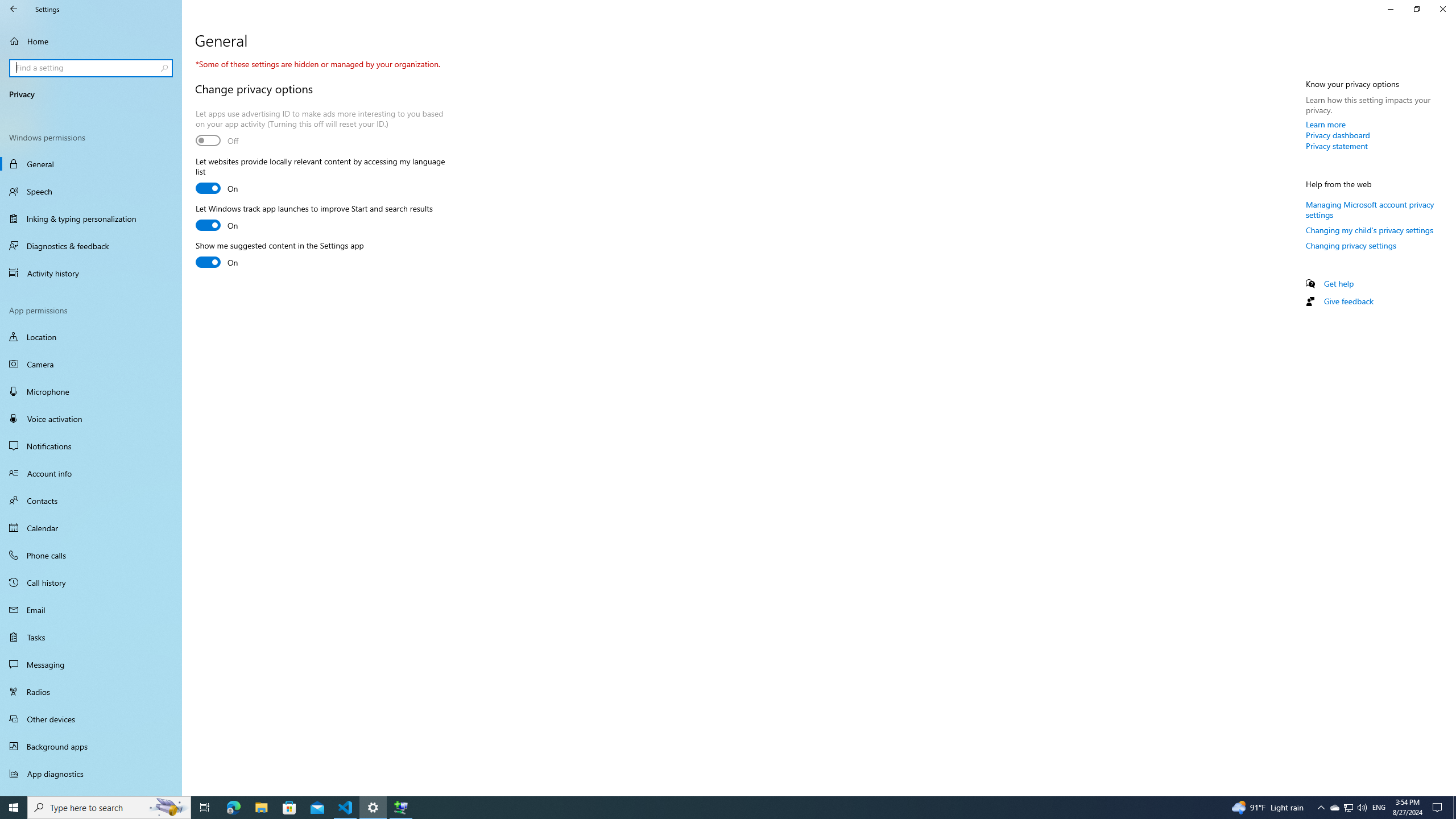 The width and height of the screenshot is (1456, 819). What do you see at coordinates (1338, 135) in the screenshot?
I see `'Privacy dashboard'` at bounding box center [1338, 135].